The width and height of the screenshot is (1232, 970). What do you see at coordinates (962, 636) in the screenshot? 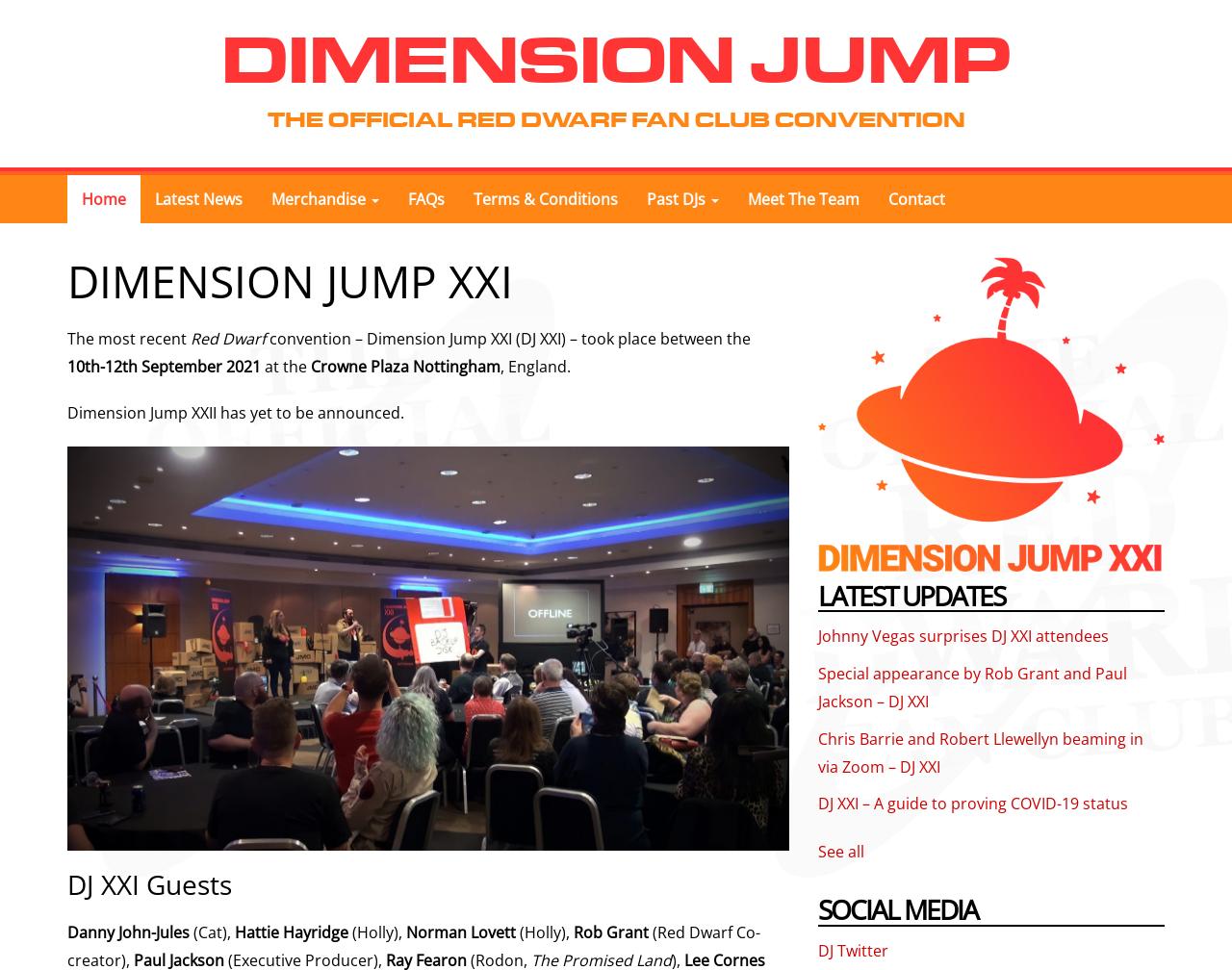
I see `'Johnny Vegas surprises DJ XXI attendees'` at bounding box center [962, 636].